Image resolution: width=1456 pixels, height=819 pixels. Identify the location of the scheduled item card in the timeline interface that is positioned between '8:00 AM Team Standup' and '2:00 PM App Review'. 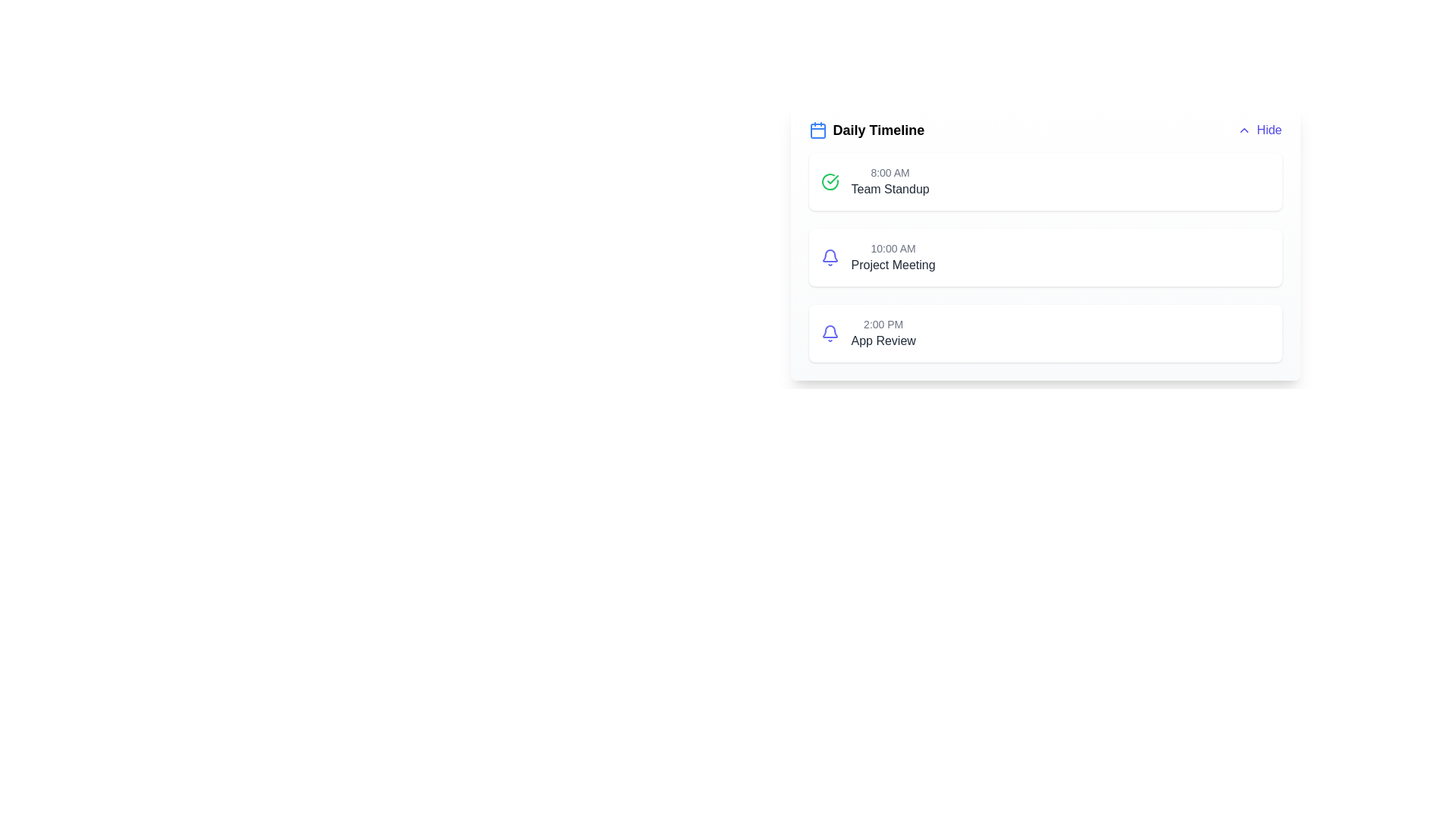
(1044, 236).